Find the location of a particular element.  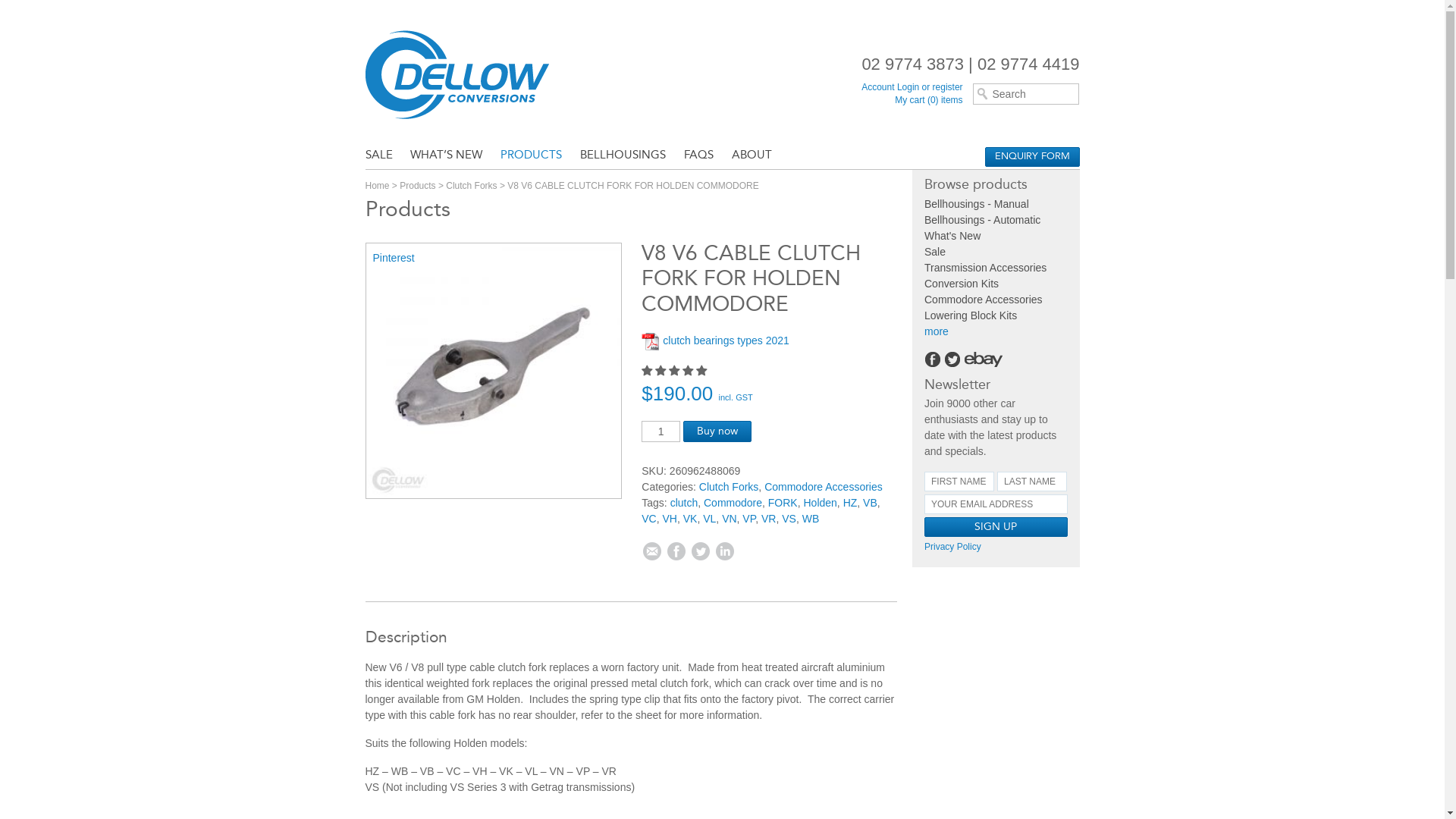

'ENQUIRY FORM' is located at coordinates (1031, 157).